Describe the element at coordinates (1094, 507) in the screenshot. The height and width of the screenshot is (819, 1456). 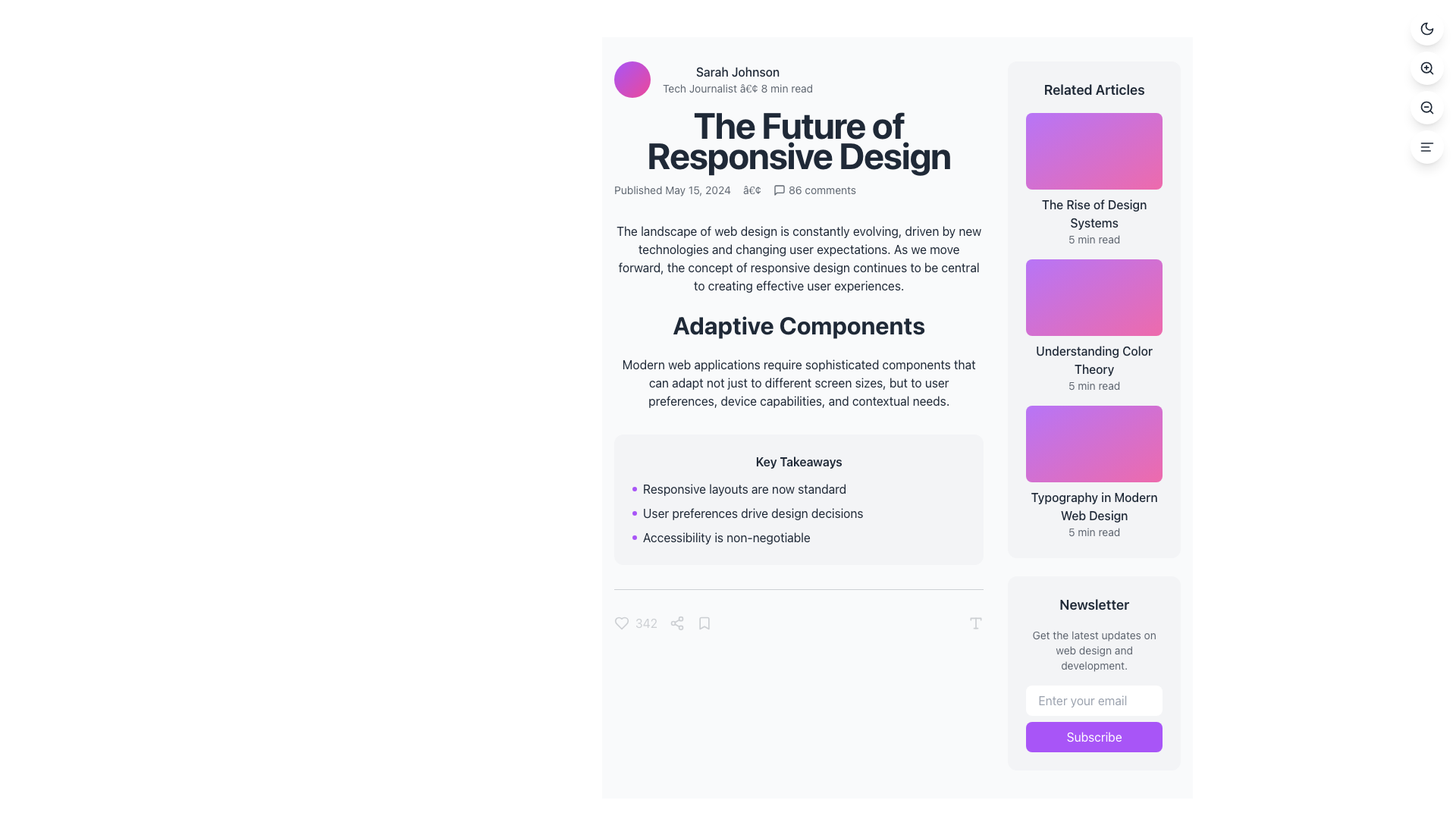
I see `the third article link titled 'Typography in Modern Web Design' located in the 'Related Articles' section` at that location.